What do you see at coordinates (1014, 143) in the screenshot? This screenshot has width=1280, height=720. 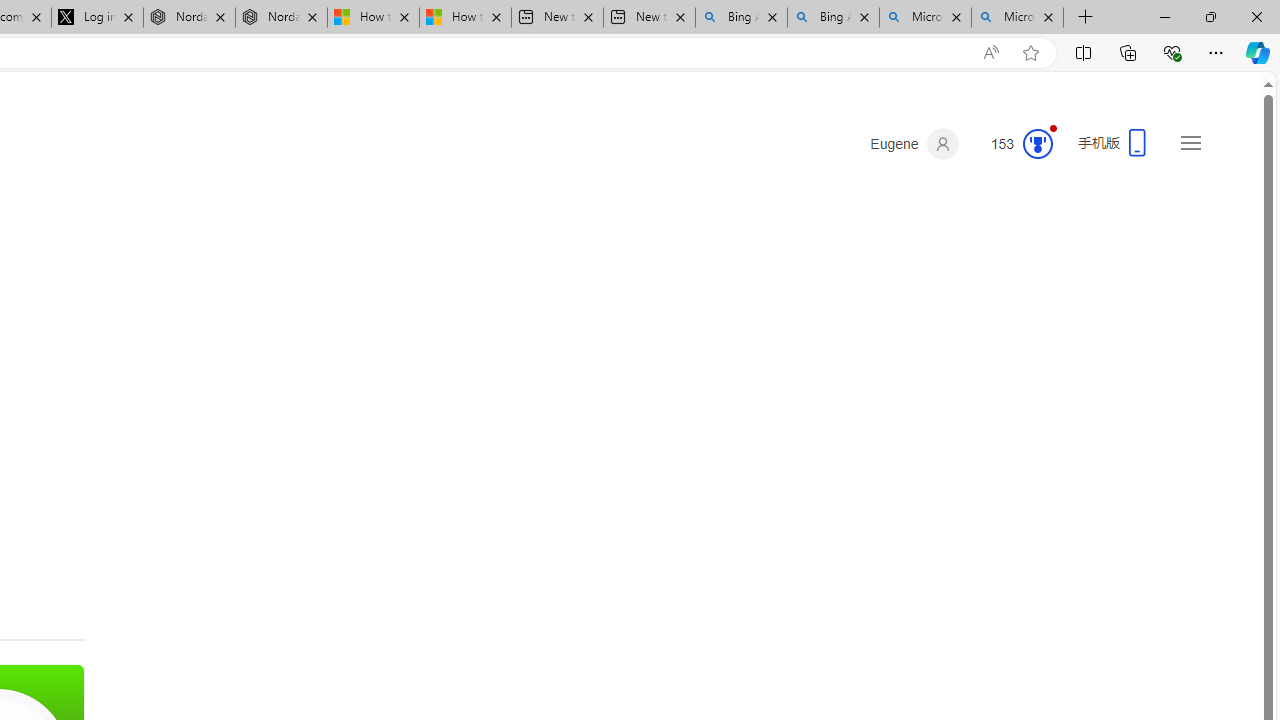 I see `'Microsoft Rewards 153'` at bounding box center [1014, 143].